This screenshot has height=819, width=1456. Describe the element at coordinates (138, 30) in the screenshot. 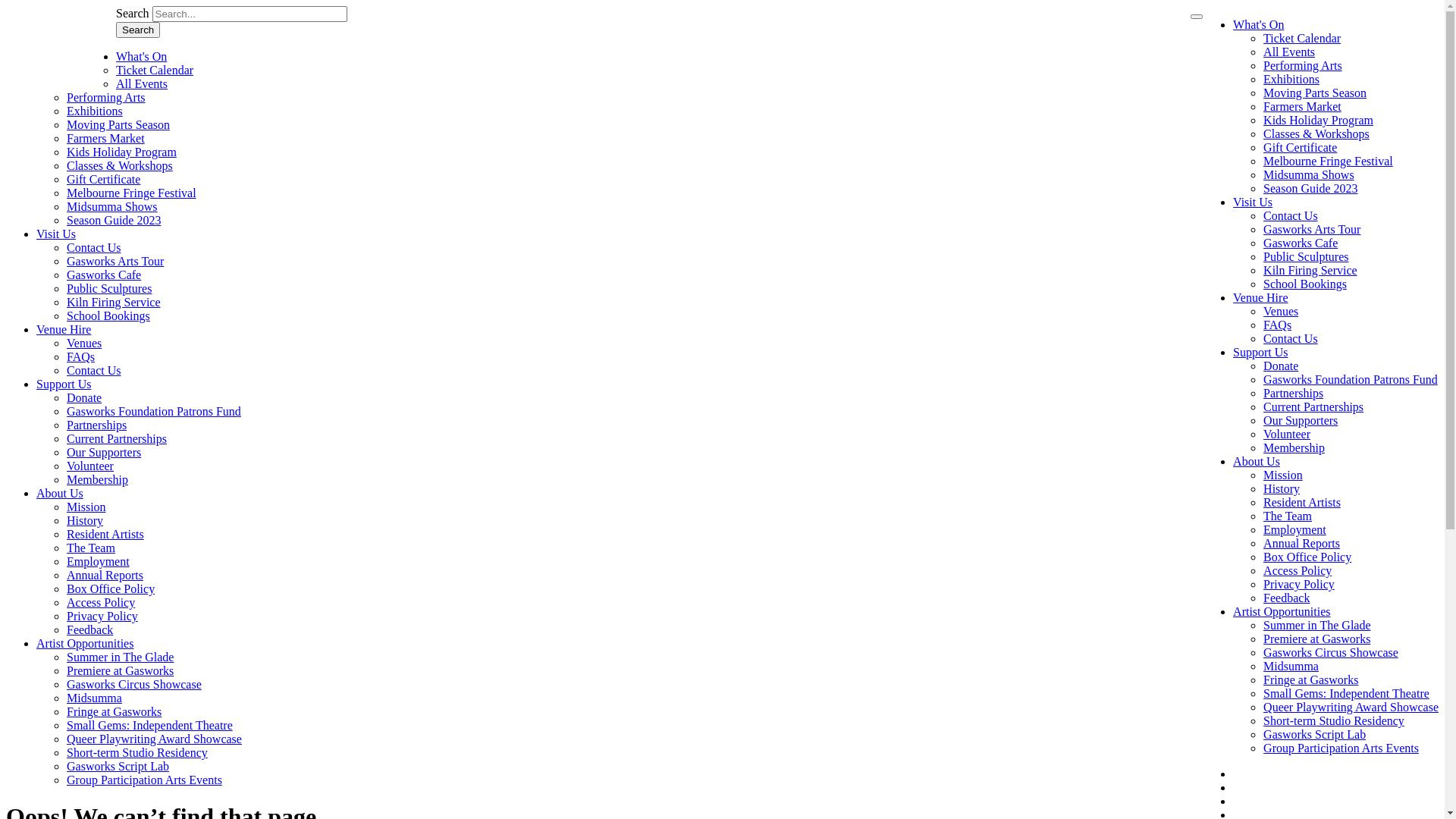

I see `'Search'` at that location.